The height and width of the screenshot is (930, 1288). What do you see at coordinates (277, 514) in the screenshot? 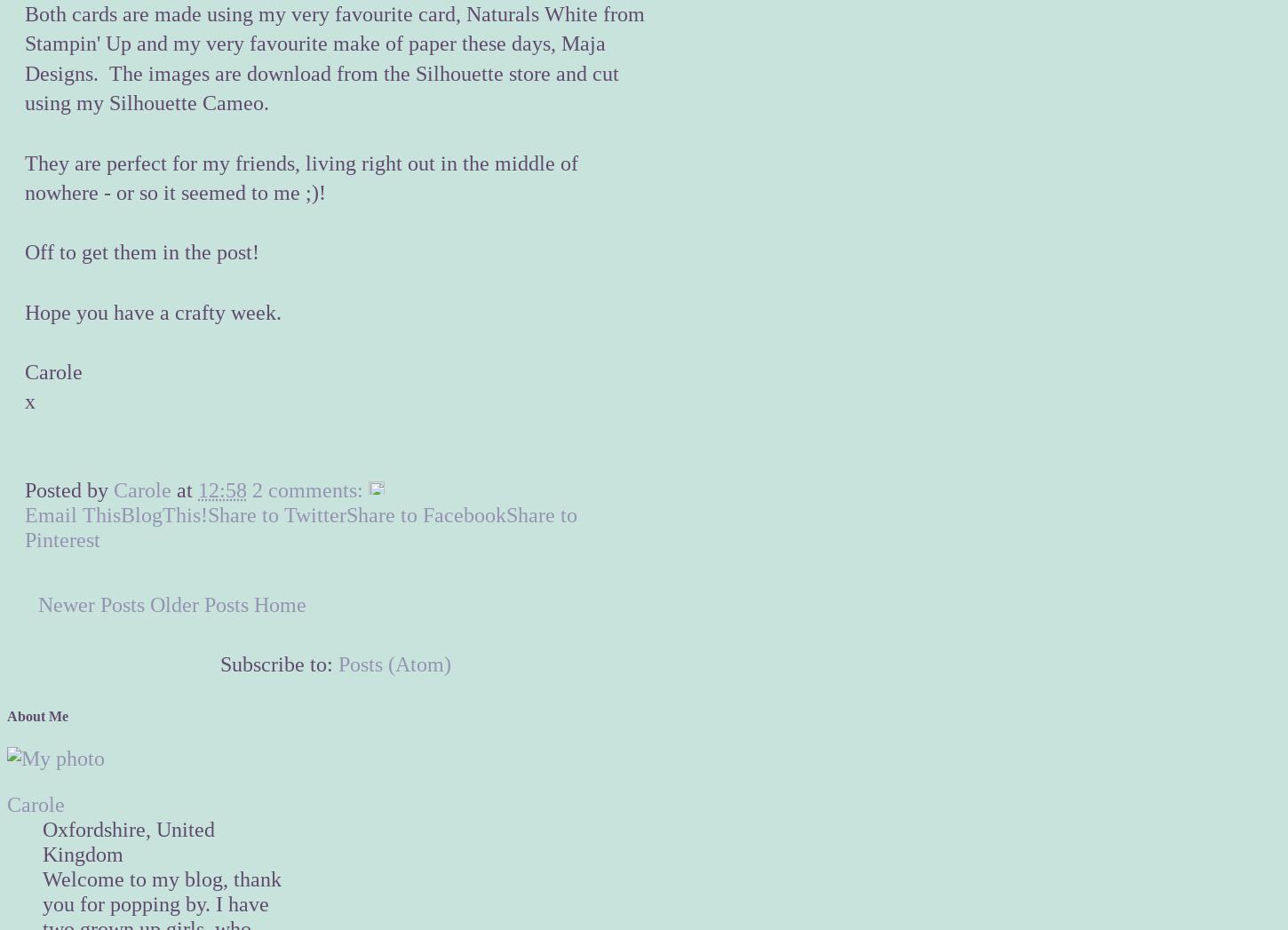
I see `'Share to Twitter'` at bounding box center [277, 514].